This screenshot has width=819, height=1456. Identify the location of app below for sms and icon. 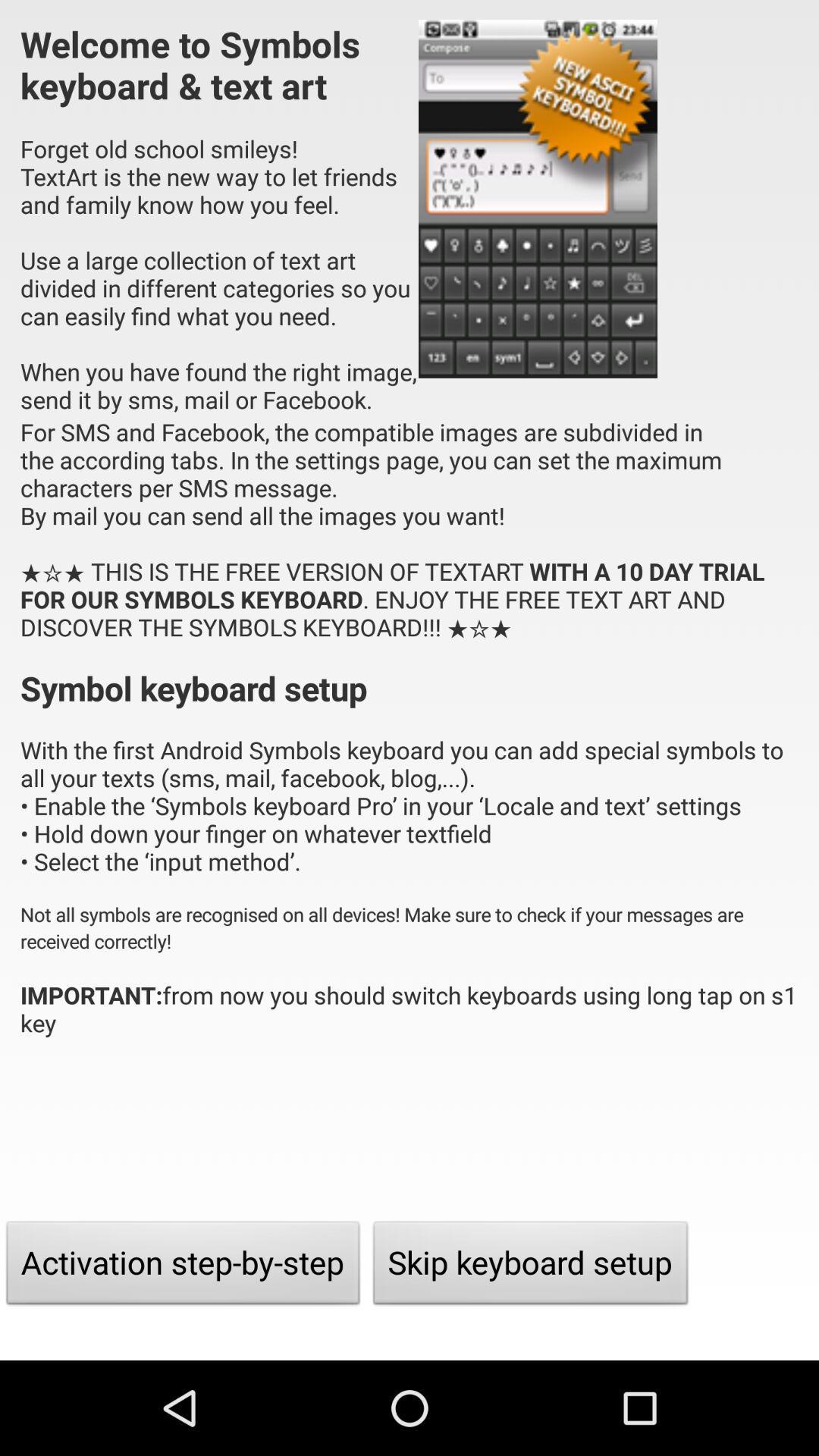
(182, 1266).